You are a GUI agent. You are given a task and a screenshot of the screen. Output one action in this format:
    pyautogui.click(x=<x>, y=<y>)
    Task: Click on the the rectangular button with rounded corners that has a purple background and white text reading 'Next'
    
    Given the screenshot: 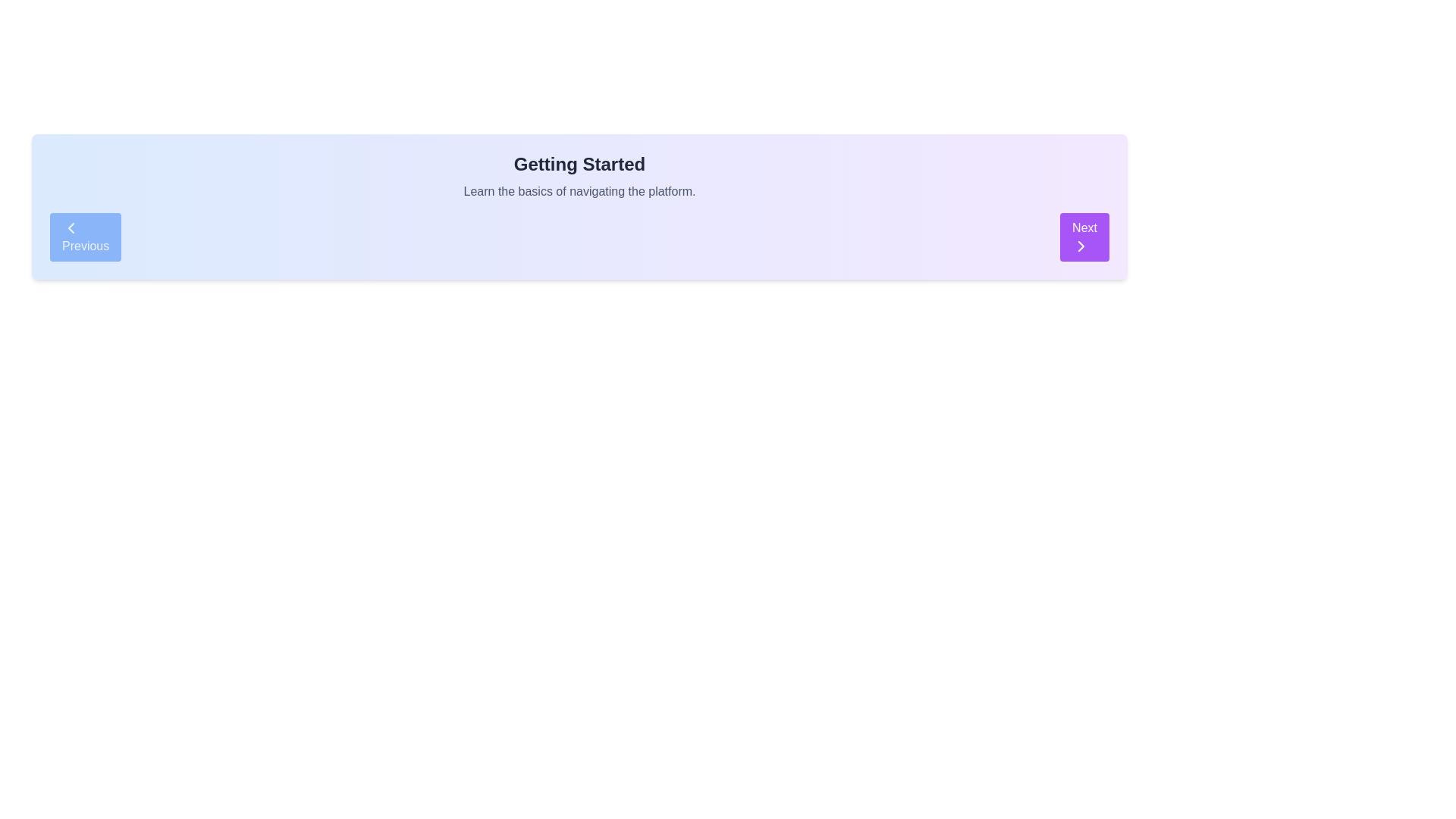 What is the action you would take?
    pyautogui.click(x=1084, y=237)
    